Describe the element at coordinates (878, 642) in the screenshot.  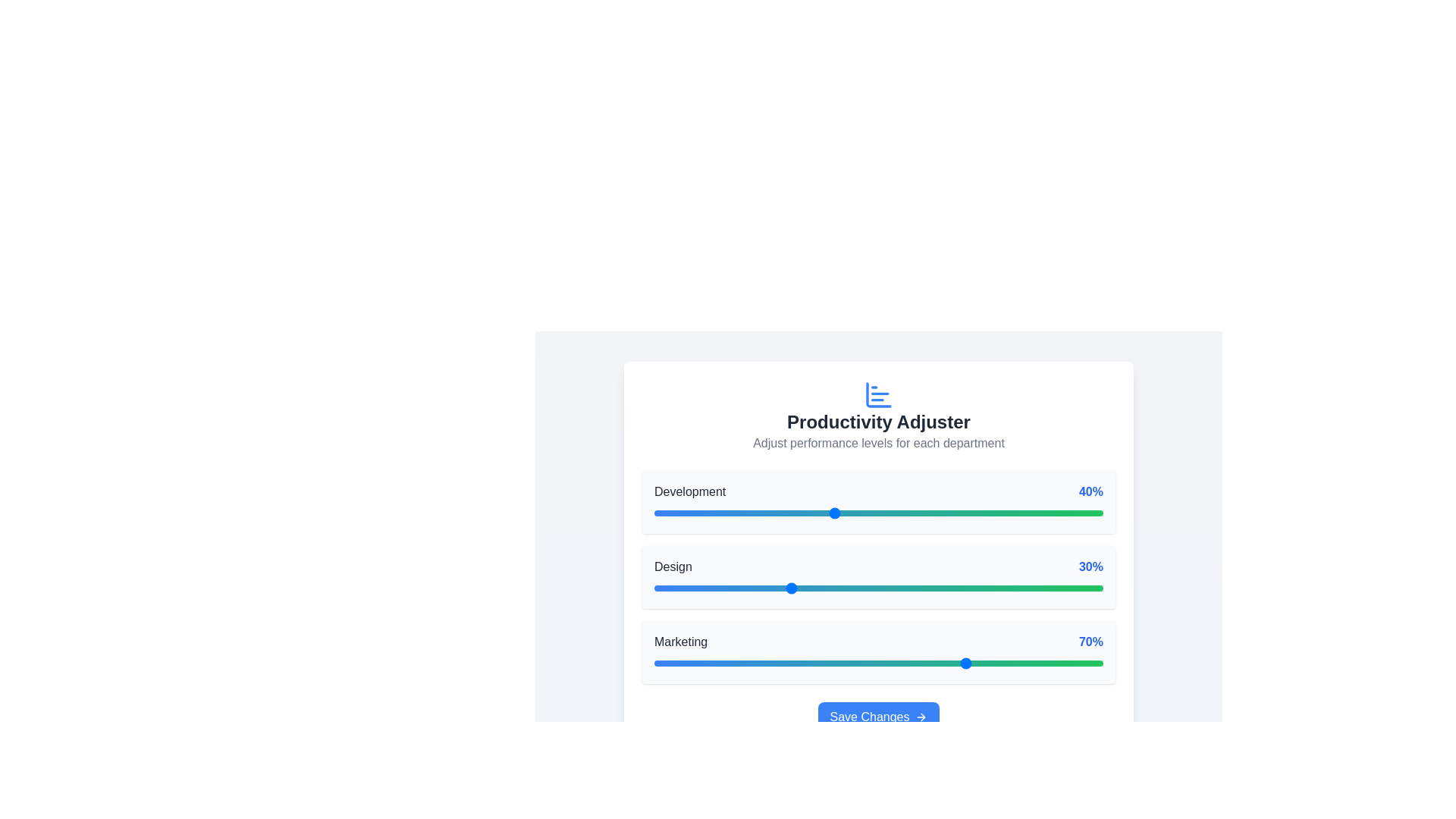
I see `the marketing department's performance level displayed by the label and percentage indicator pair located below the 'Design' group and above the associated progress bar` at that location.